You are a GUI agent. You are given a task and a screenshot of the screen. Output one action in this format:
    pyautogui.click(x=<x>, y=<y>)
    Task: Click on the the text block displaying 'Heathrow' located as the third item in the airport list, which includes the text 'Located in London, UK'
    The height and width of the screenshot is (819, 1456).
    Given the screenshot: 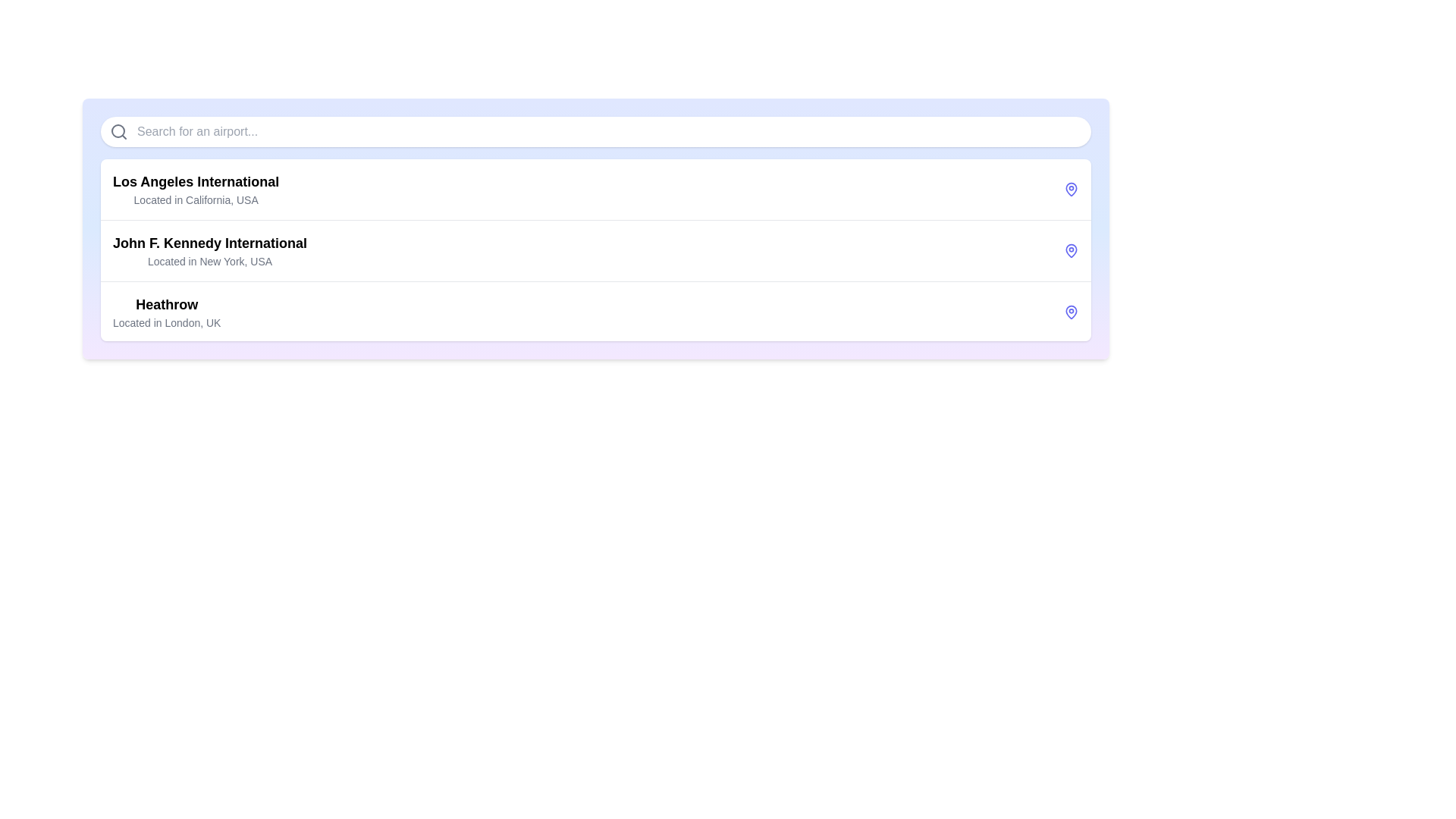 What is the action you would take?
    pyautogui.click(x=167, y=312)
    